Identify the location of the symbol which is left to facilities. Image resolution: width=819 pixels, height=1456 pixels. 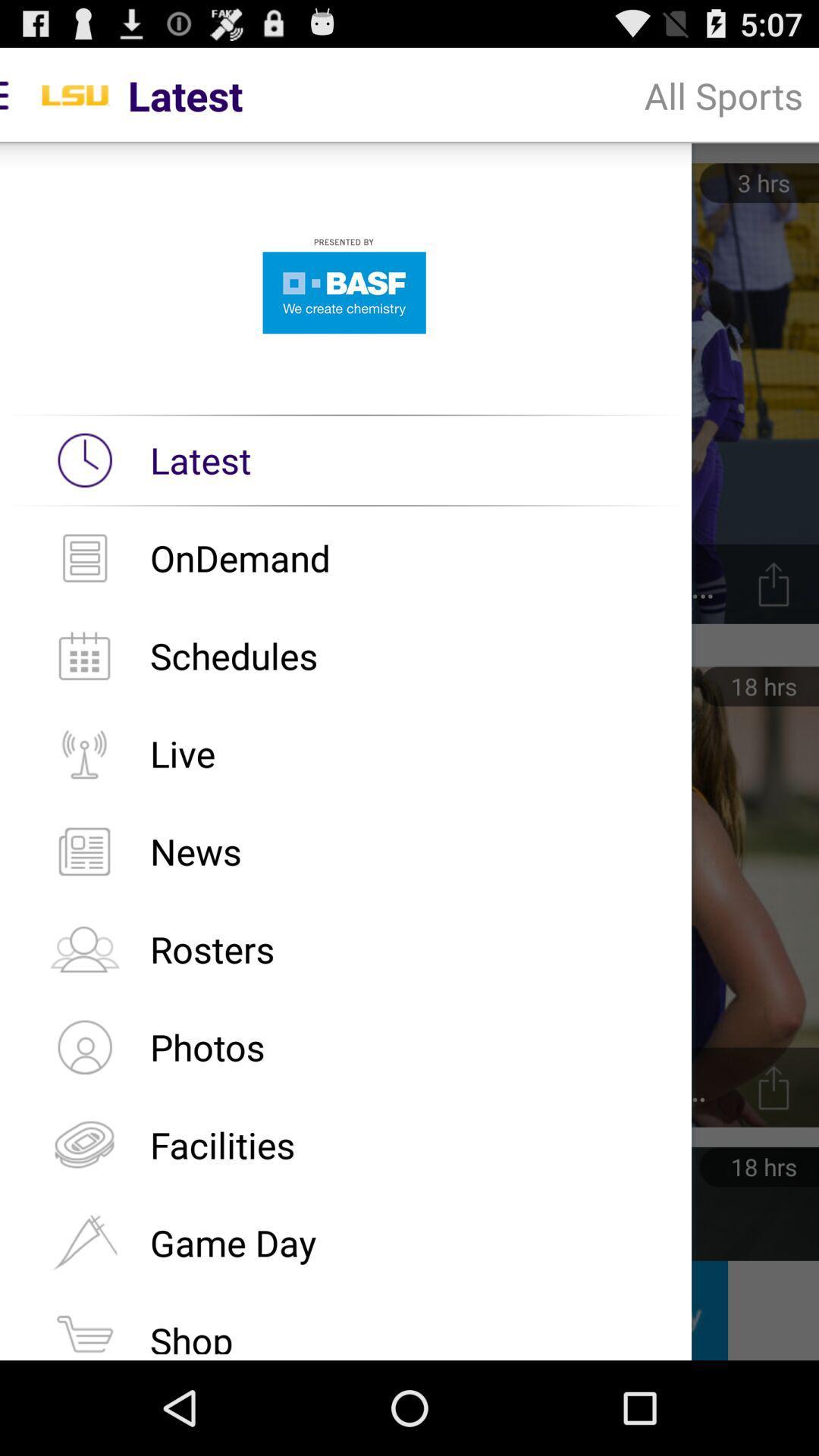
(84, 1145).